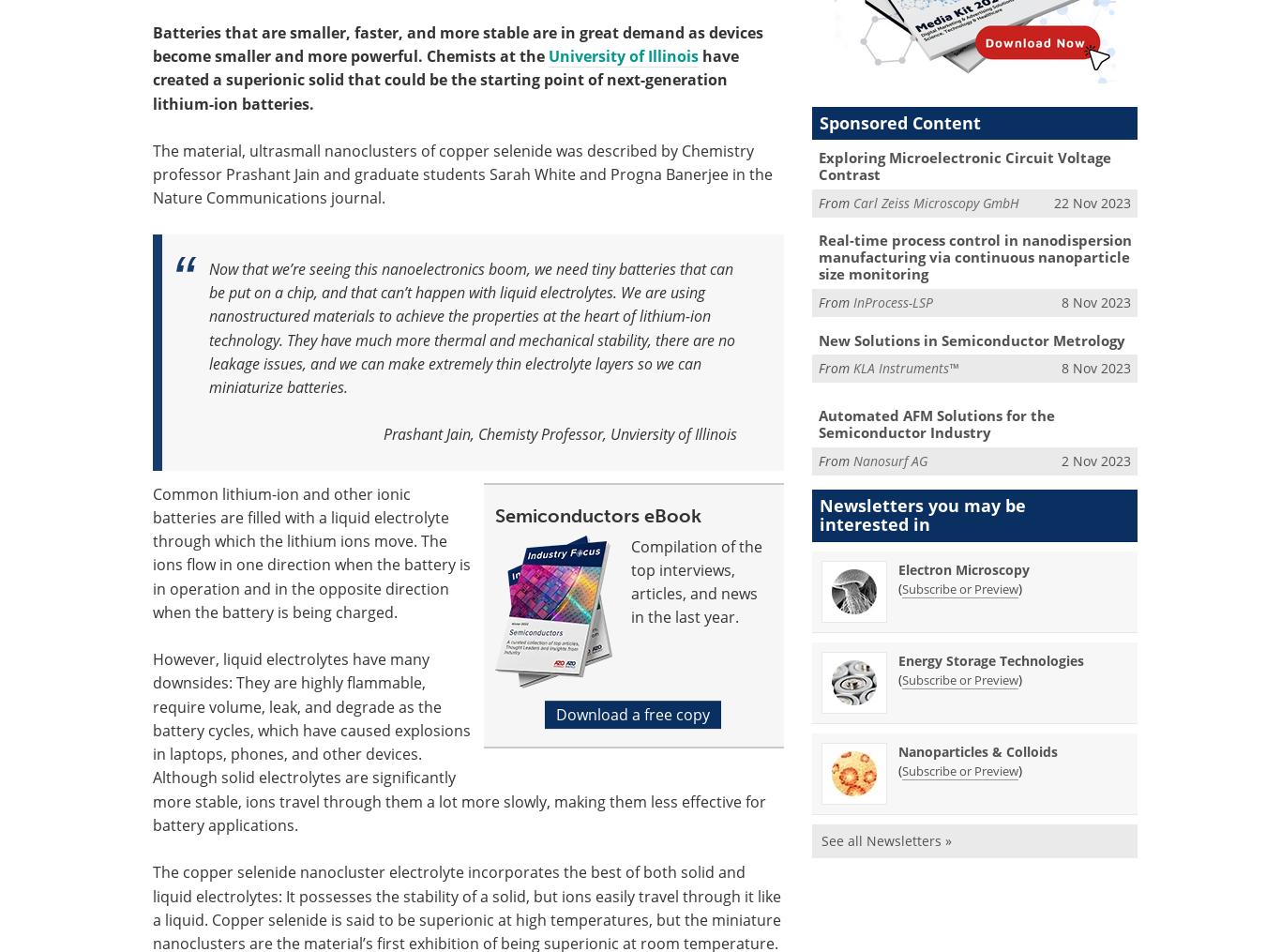 The height and width of the screenshot is (952, 1281). I want to click on 'University of Illinois', so click(622, 54).